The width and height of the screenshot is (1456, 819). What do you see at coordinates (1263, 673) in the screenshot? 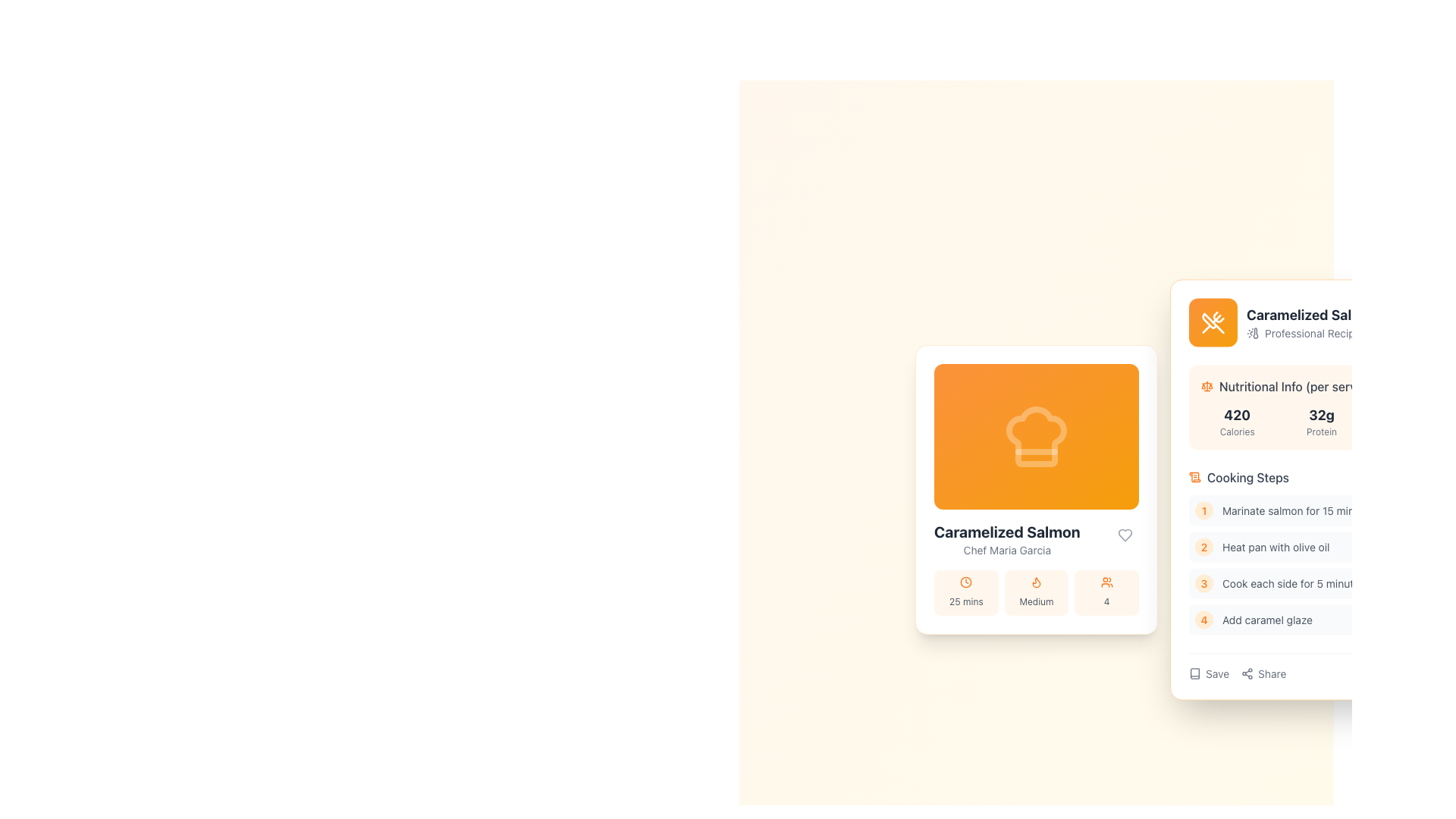
I see `the A button located at the bottom of the panel, to the right of the Save element` at bounding box center [1263, 673].